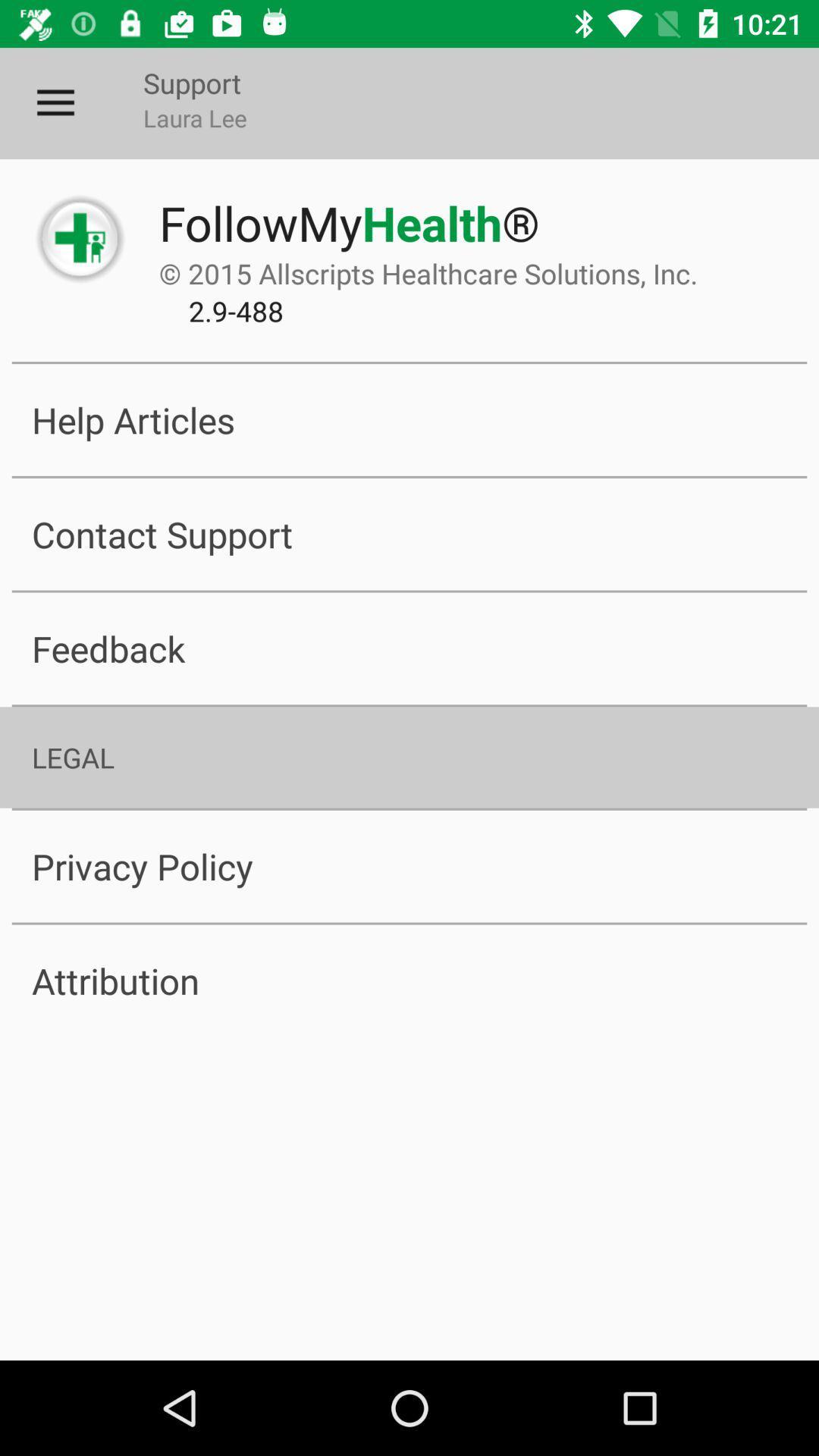 Image resolution: width=819 pixels, height=1456 pixels. I want to click on the legal icon, so click(409, 757).